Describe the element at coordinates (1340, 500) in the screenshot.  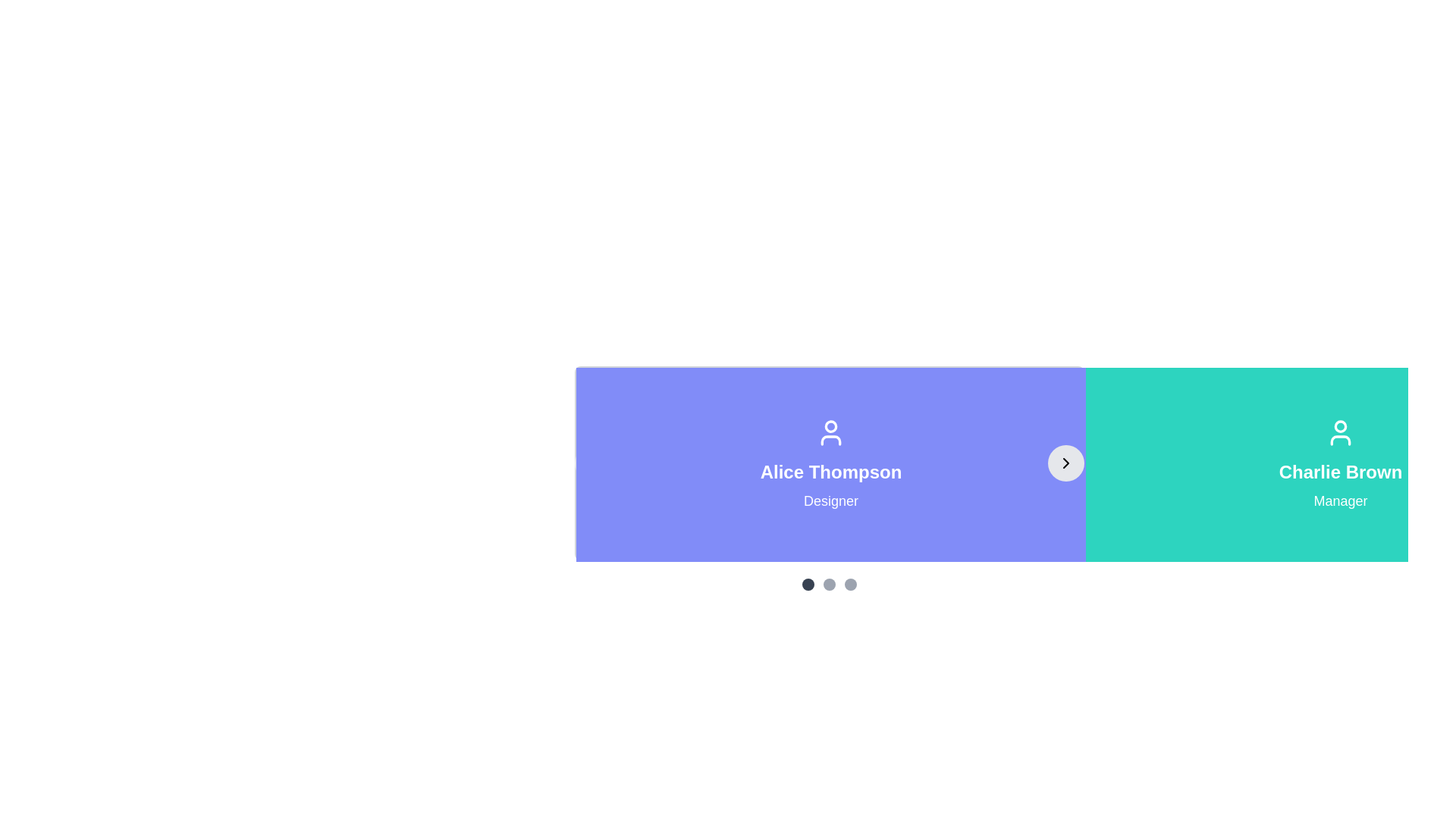
I see `the Static text label displaying 'Manager' located within the turquoise-colored panel below 'Charlie Brown'` at that location.